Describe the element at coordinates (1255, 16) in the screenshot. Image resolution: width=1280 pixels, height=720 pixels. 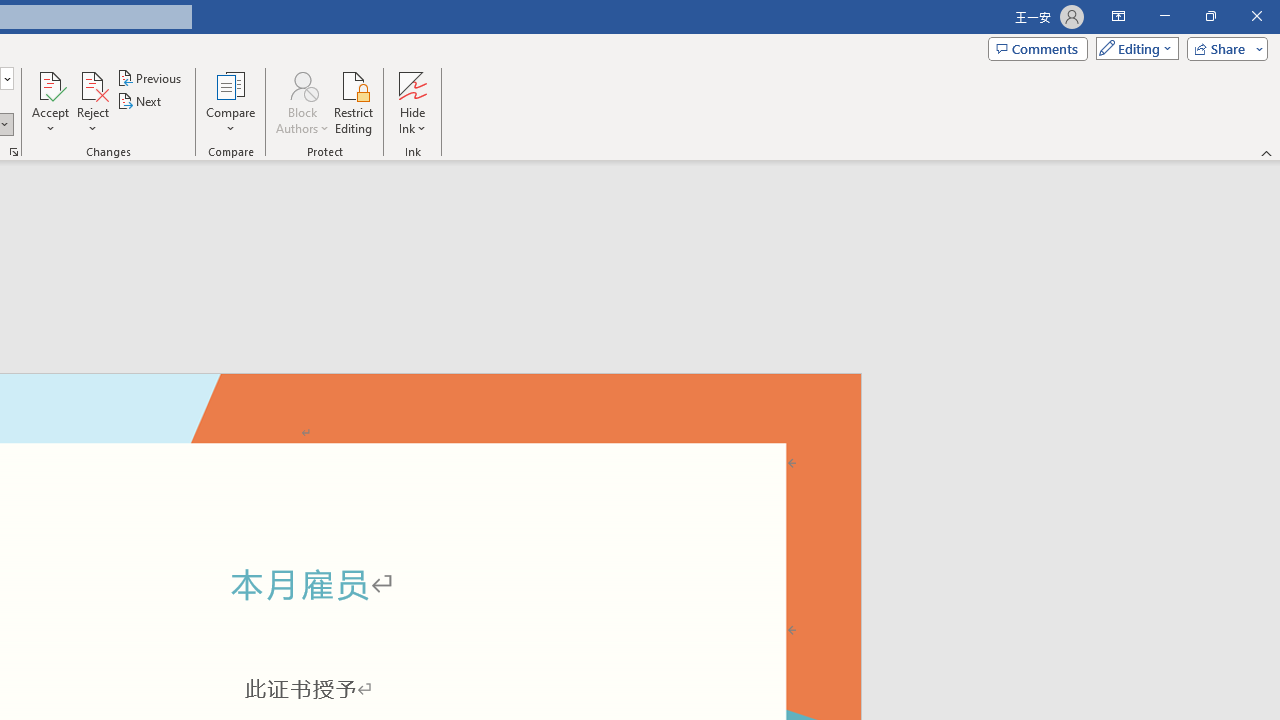
I see `'Close'` at that location.